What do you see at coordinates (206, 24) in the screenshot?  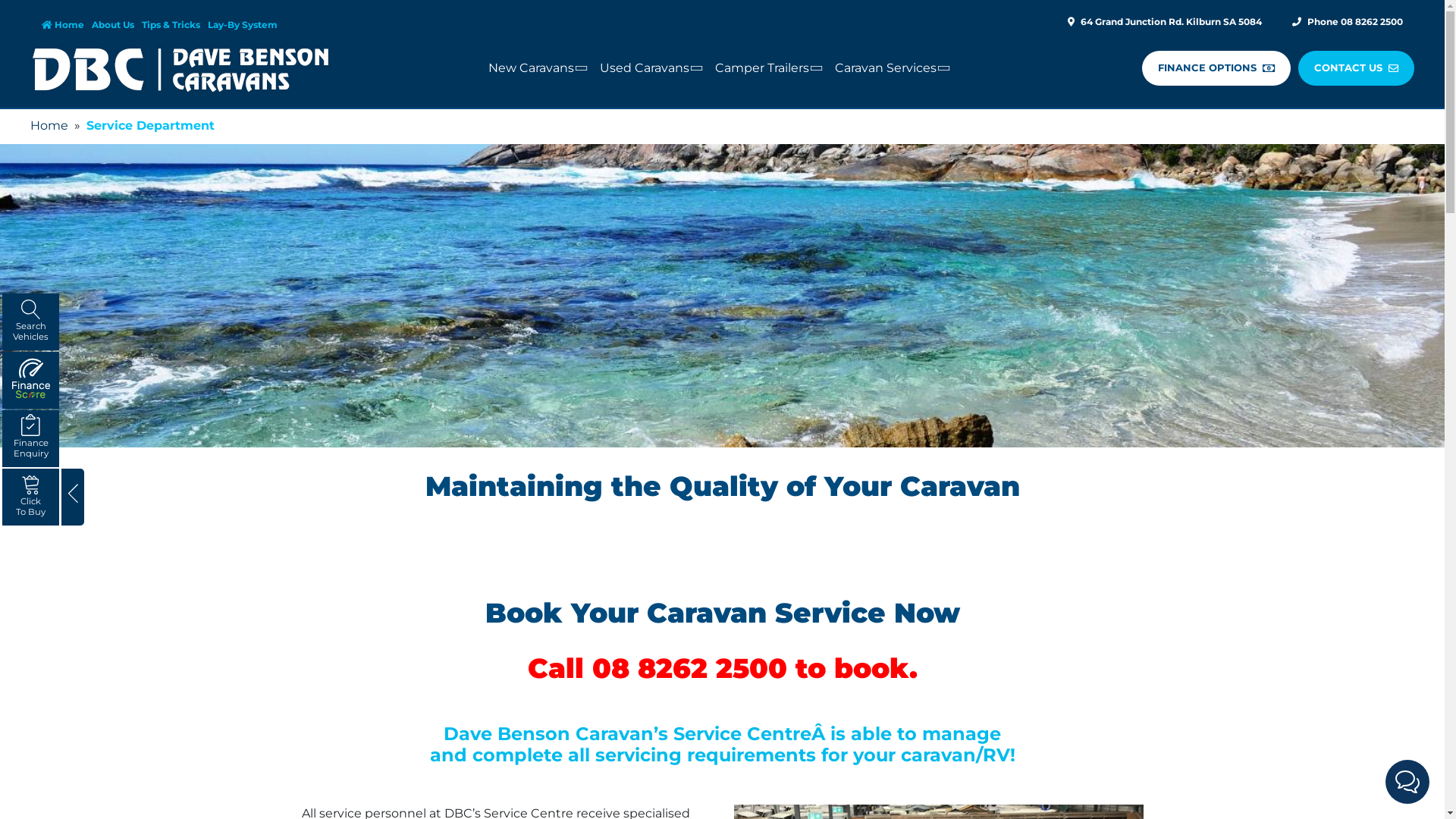 I see `'Lay-By System'` at bounding box center [206, 24].